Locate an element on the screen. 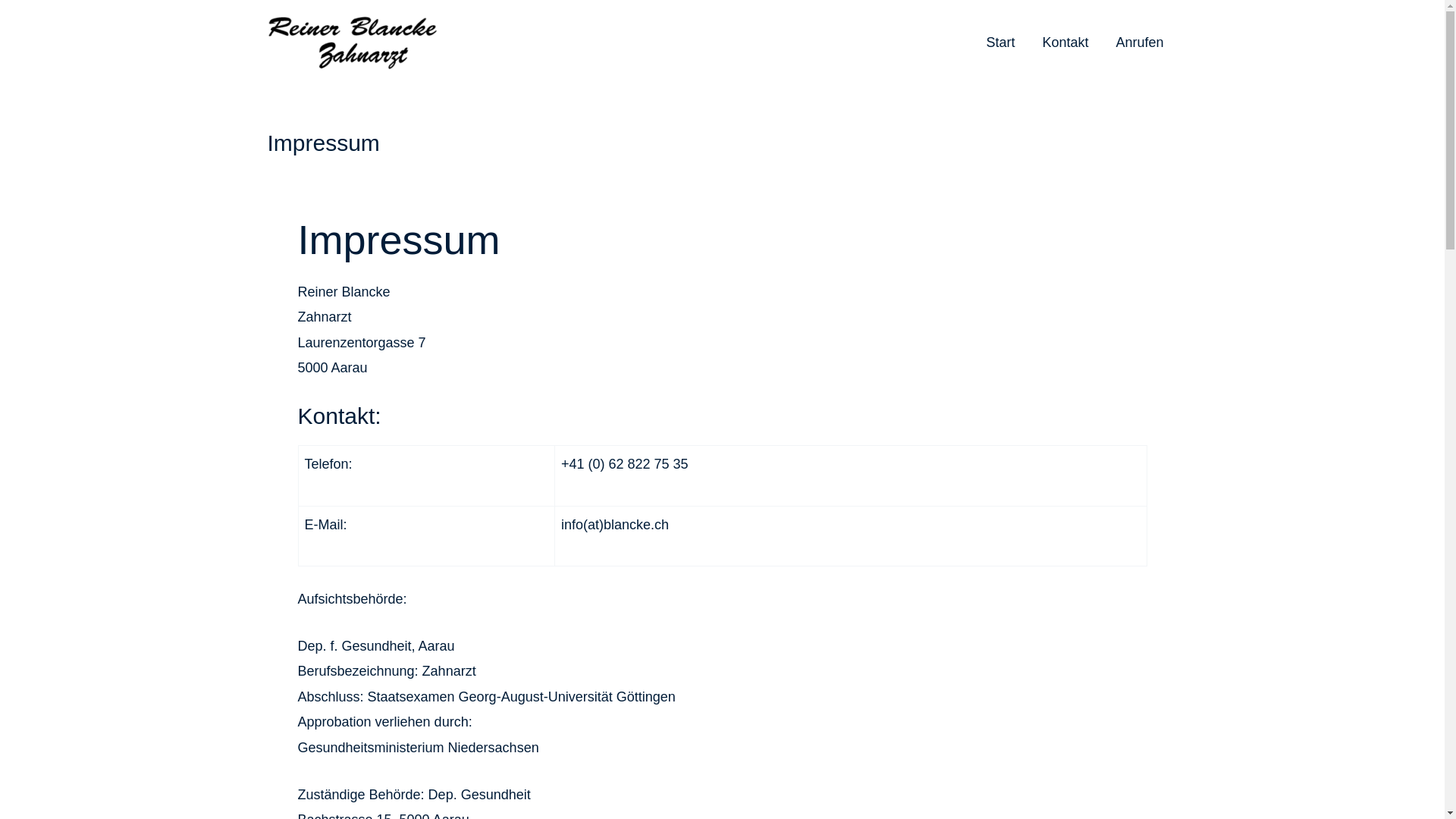  'Start' is located at coordinates (1000, 42).